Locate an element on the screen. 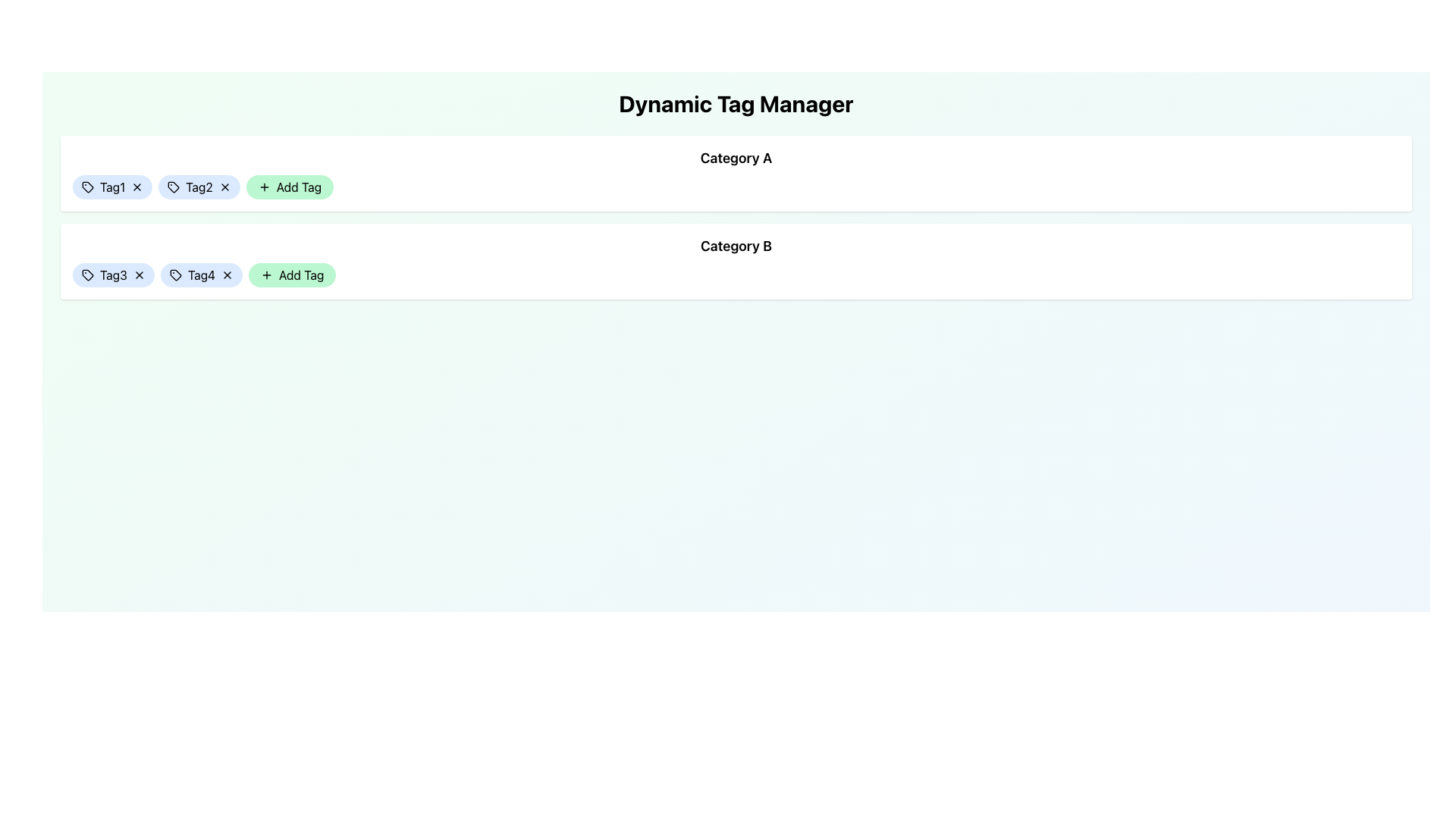  the icon that visually represents the tag element in the second tag ('Tag2') of the first group under 'Category A', located to the left of the text label is located at coordinates (174, 186).